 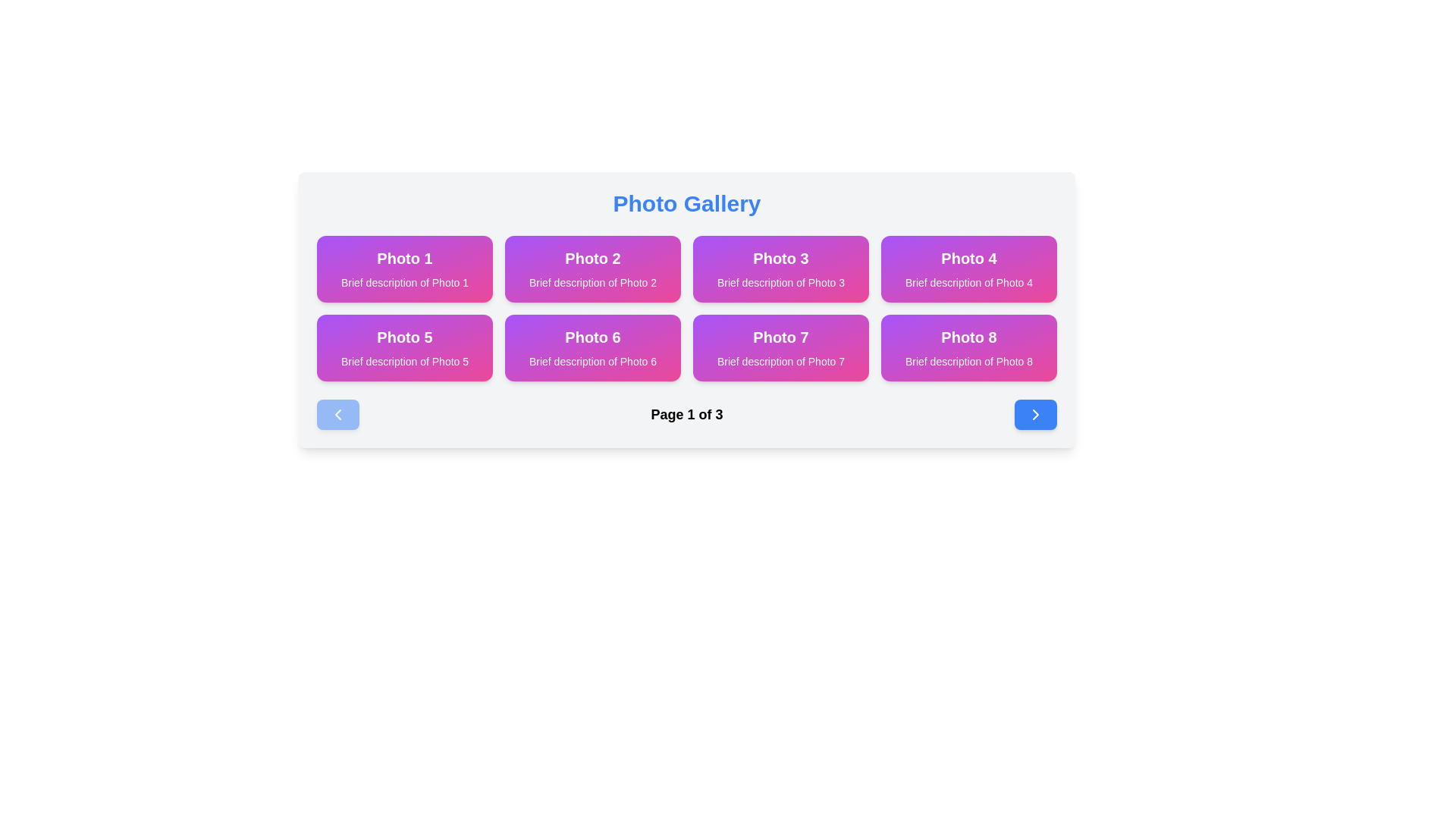 What do you see at coordinates (404, 348) in the screenshot?
I see `the rectangular card in the 'Photo Gallery' section that features a gradient background from purple to pink, displaying 'Photo 5' at the center top and a smaller description below` at bounding box center [404, 348].